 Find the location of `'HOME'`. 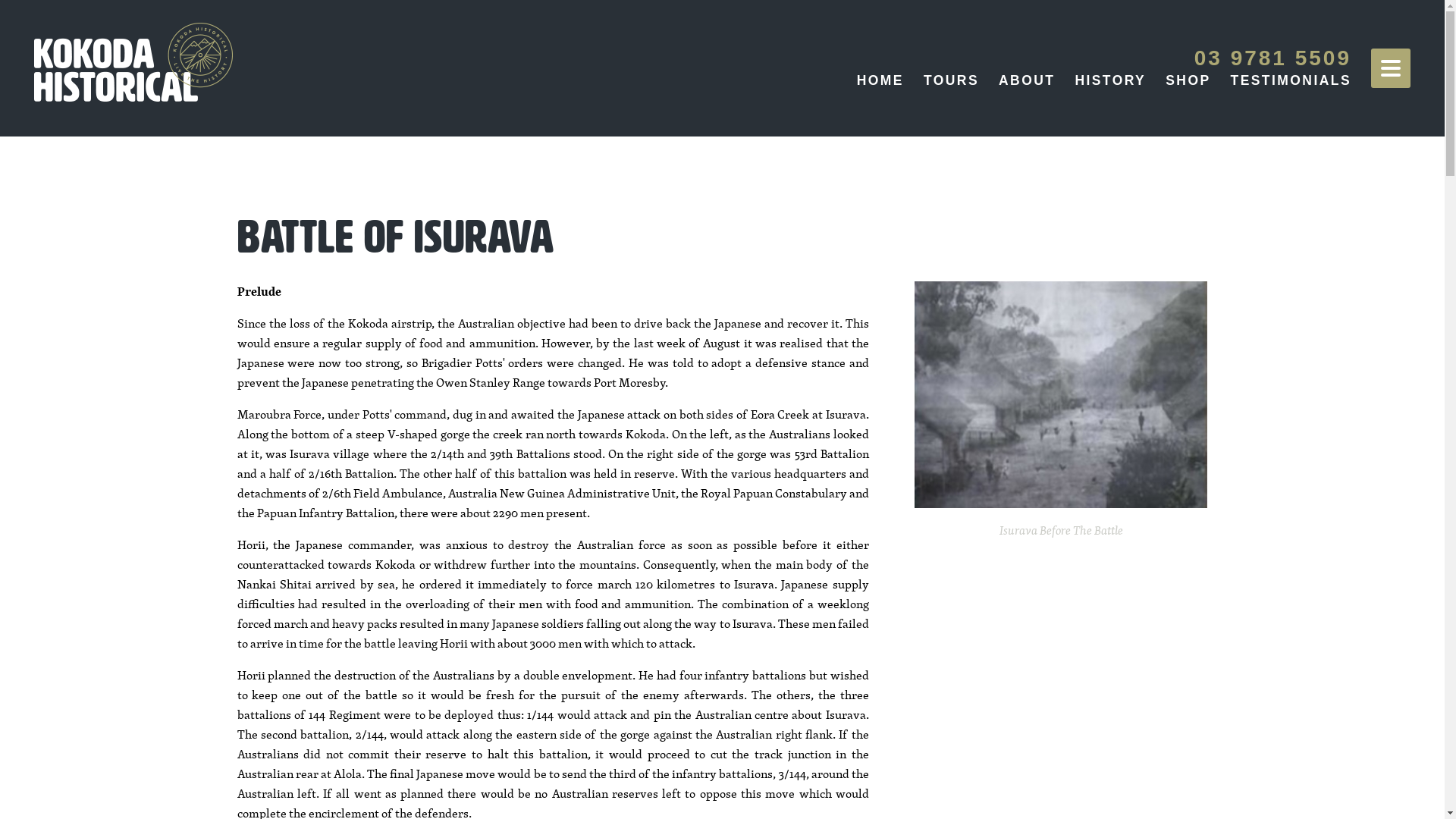

'HOME' is located at coordinates (880, 80).